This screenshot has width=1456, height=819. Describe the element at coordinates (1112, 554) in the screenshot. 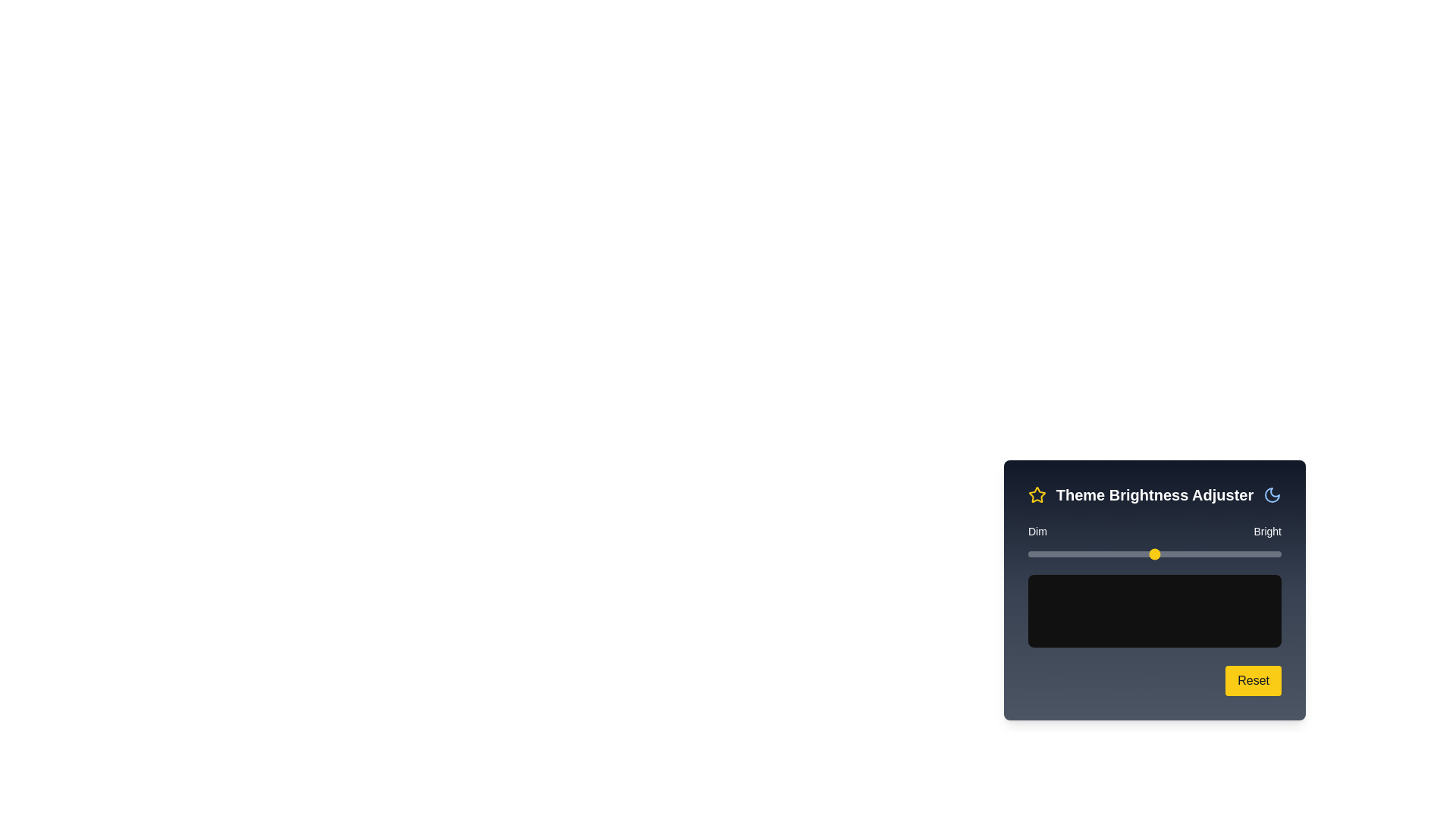

I see `the brightness slider to set the brightness to 33%` at that location.